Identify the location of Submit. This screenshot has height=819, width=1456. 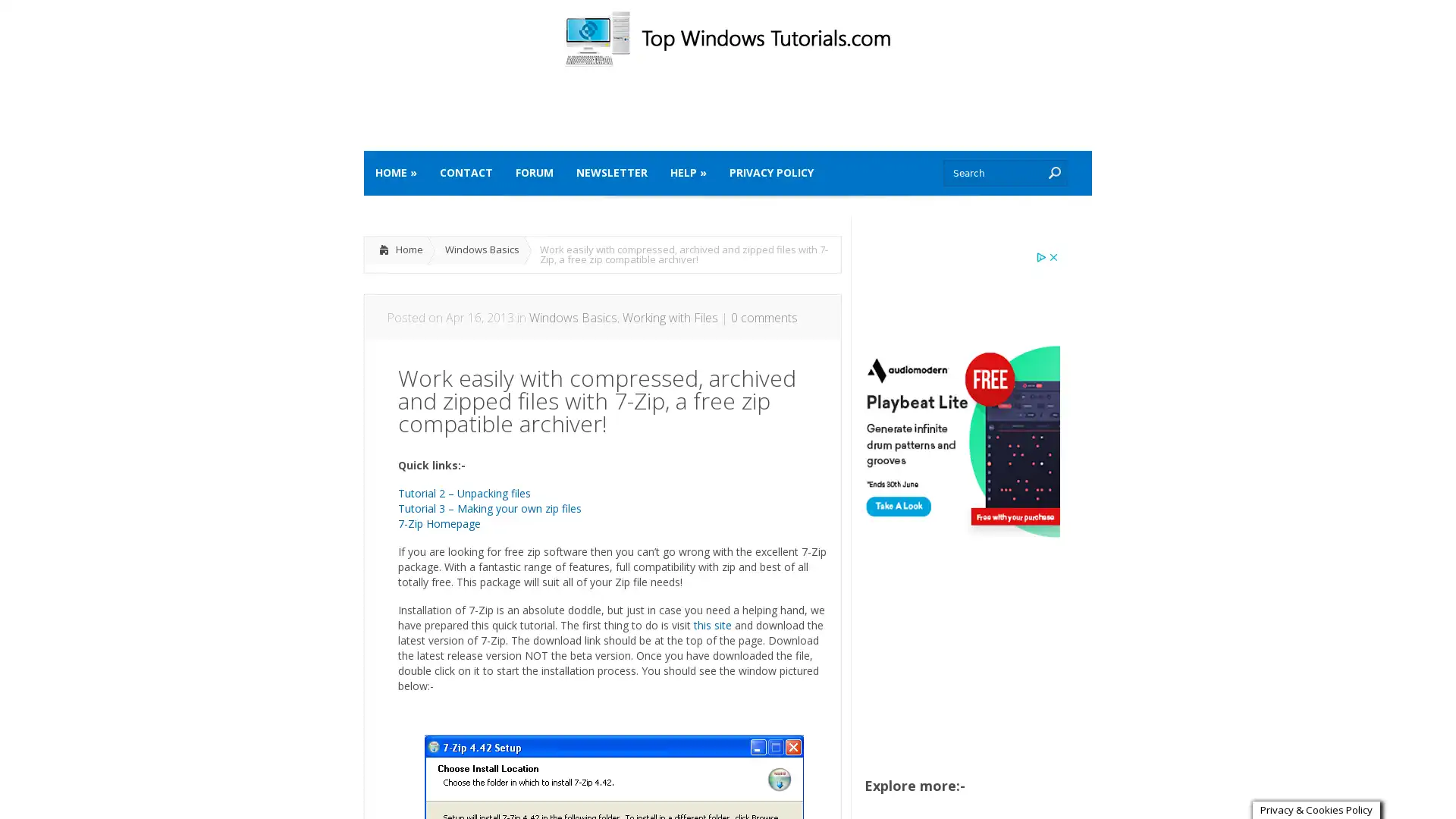
(1053, 171).